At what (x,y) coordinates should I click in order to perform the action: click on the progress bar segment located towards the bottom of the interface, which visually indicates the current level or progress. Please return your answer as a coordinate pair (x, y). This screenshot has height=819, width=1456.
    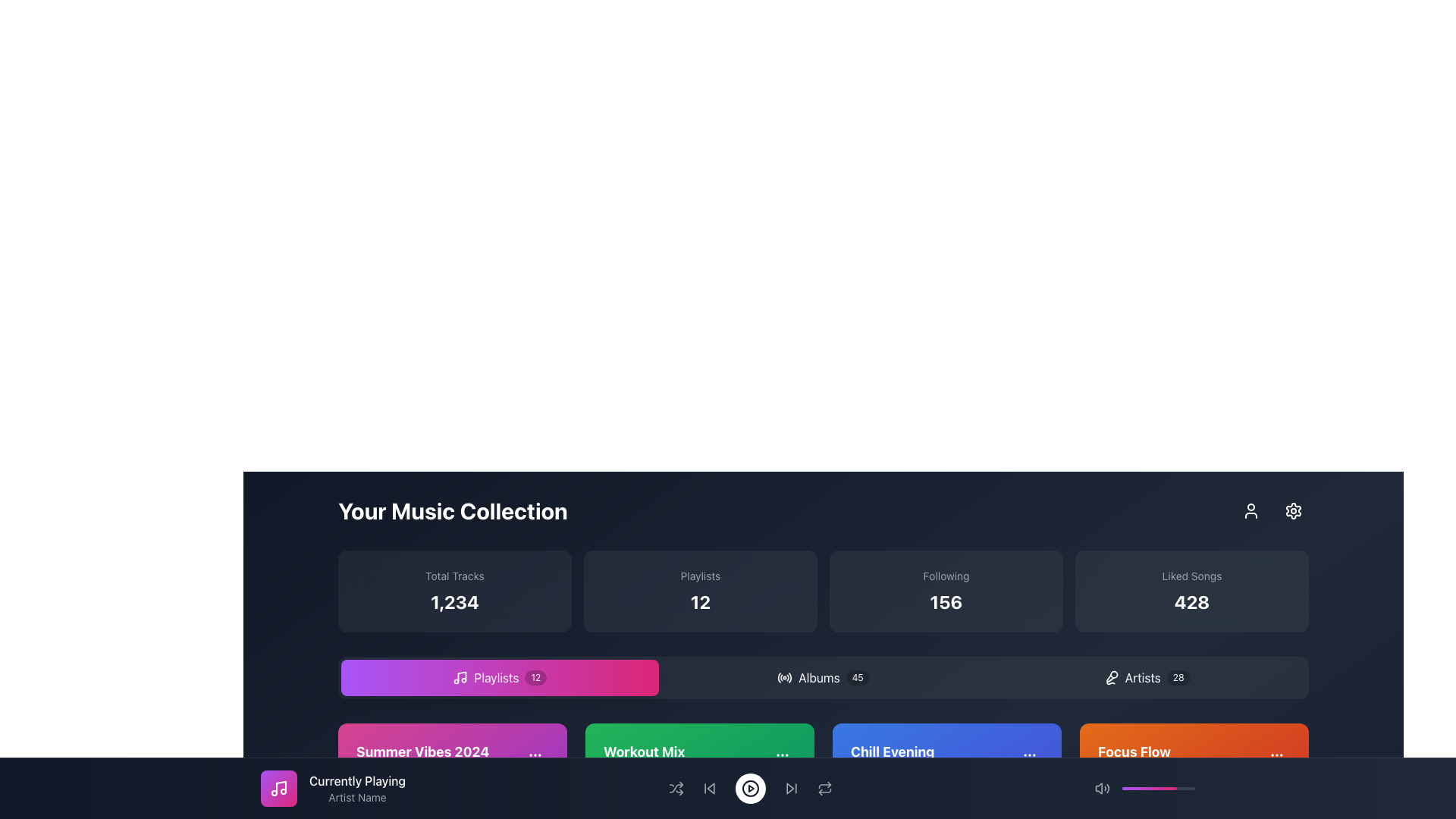
    Looking at the image, I should click on (1150, 788).